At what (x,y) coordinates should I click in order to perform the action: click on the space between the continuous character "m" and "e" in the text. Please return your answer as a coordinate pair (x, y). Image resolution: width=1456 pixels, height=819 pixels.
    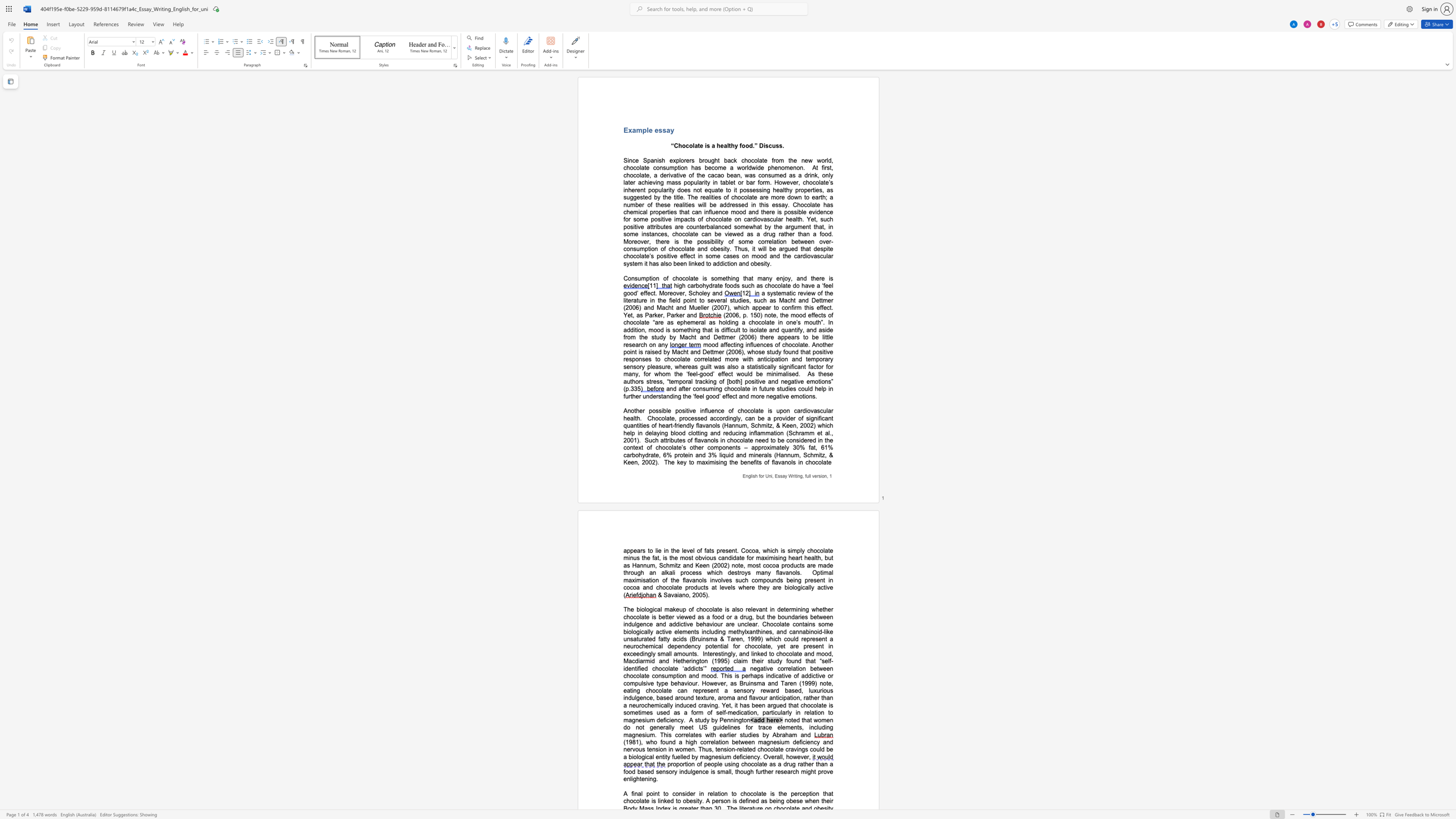
    Looking at the image, I should click on (745, 226).